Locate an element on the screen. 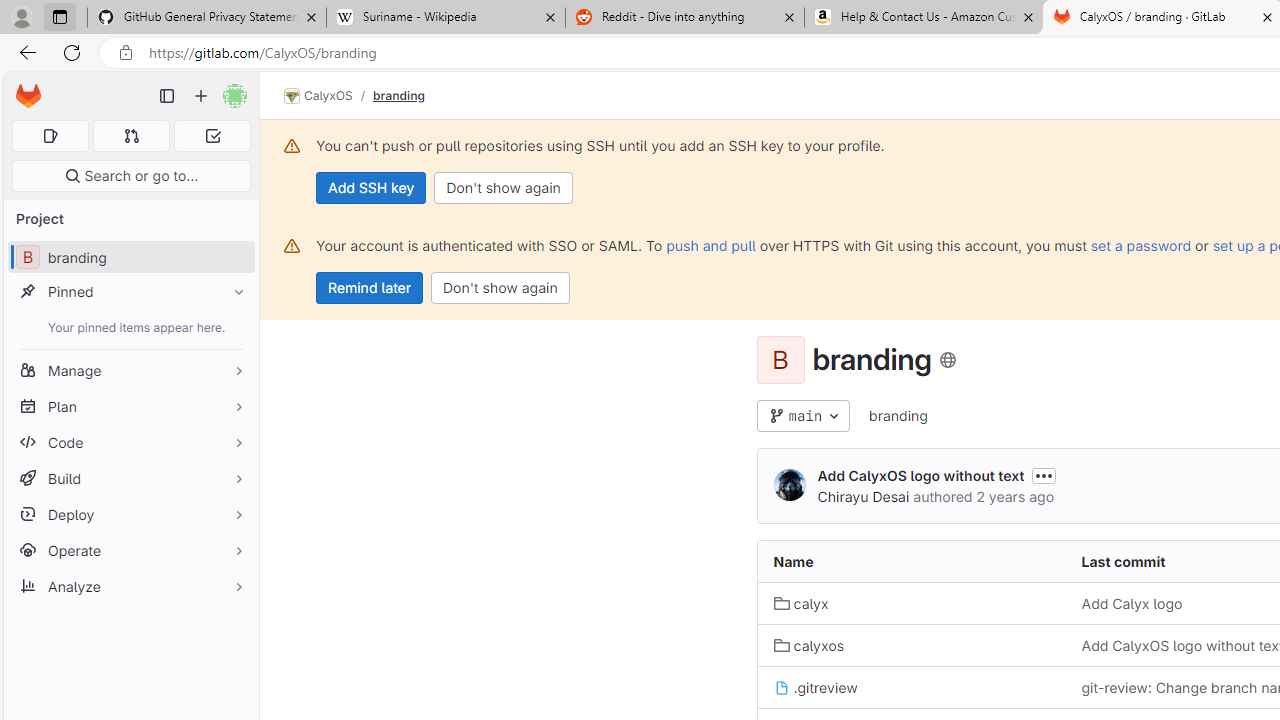 Image resolution: width=1280 pixels, height=720 pixels. 'CalyxOS/' is located at coordinates (328, 96).